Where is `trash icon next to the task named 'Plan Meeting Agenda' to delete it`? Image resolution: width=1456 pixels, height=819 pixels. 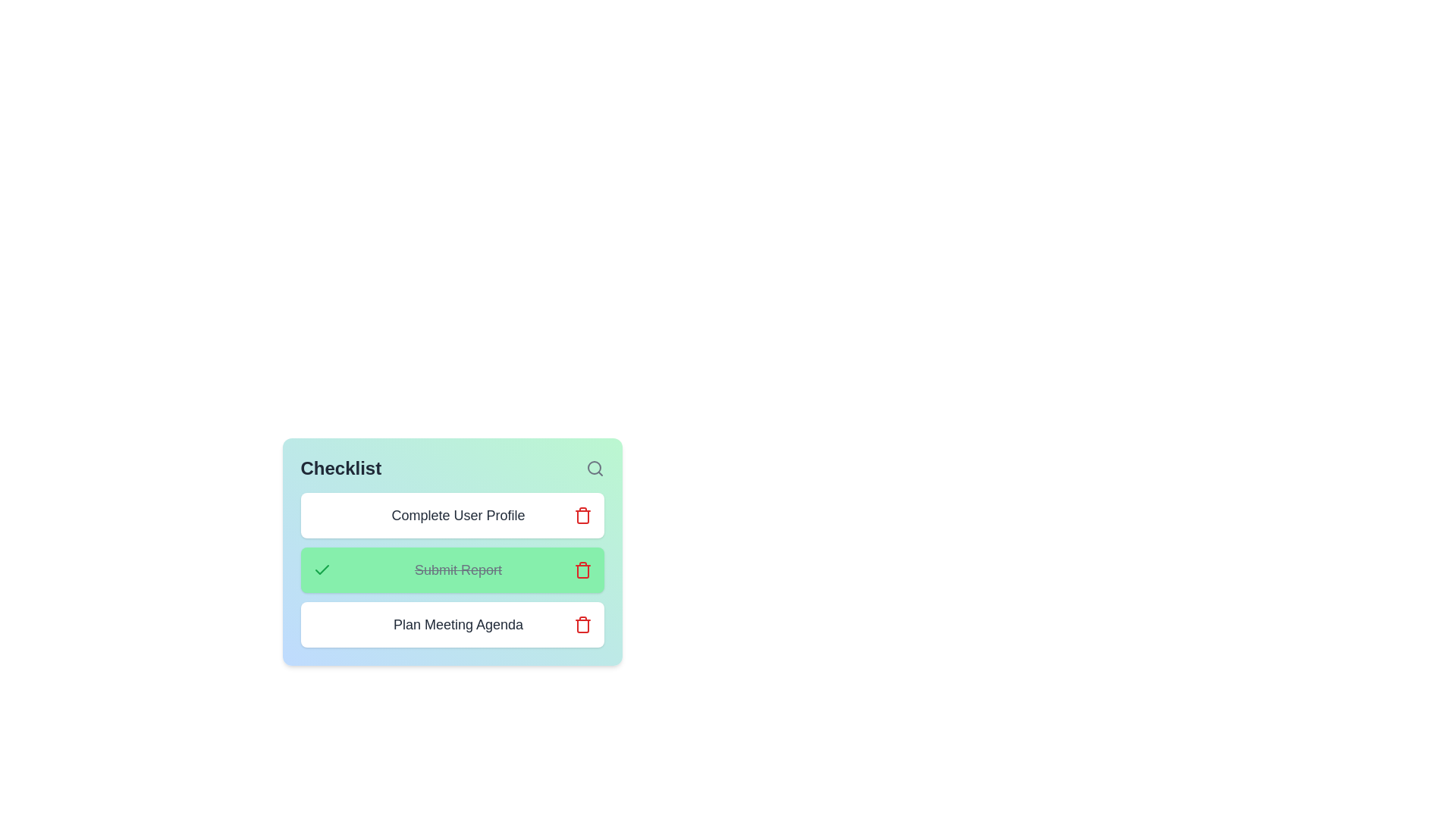 trash icon next to the task named 'Plan Meeting Agenda' to delete it is located at coordinates (582, 625).